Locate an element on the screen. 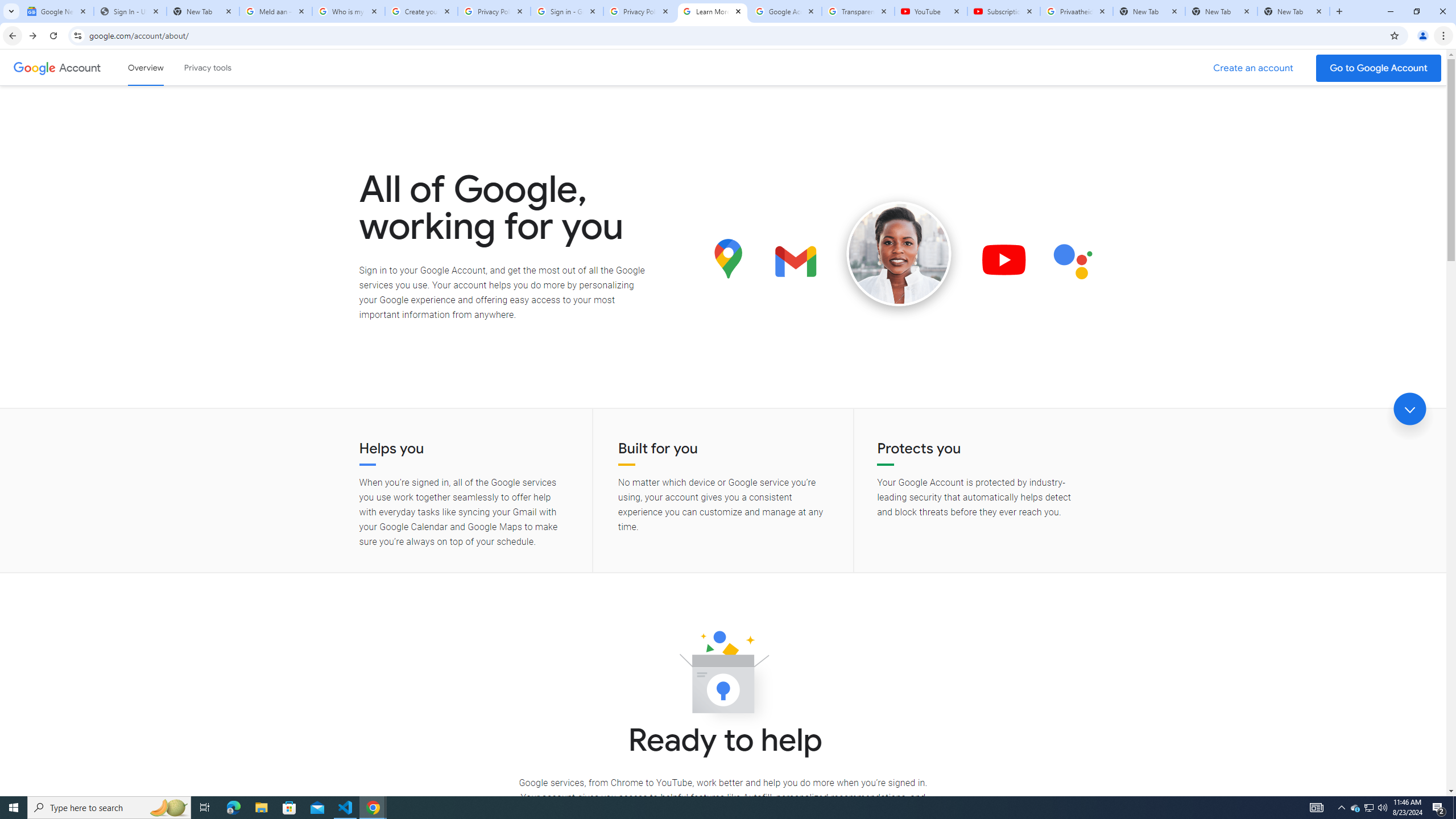  'Who is my administrator? - Google Account Help' is located at coordinates (348, 11).